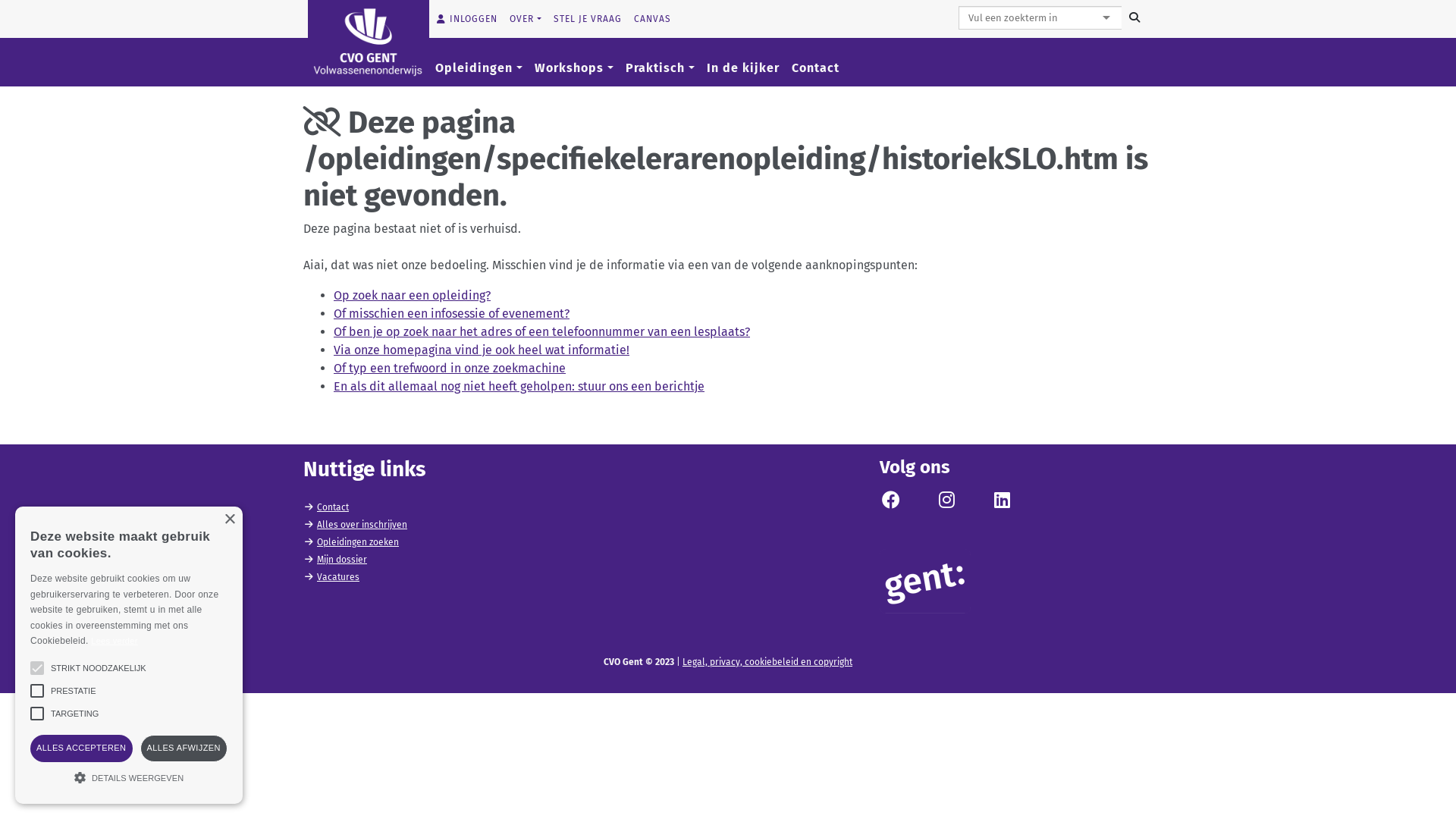 The image size is (1456, 819). What do you see at coordinates (361, 523) in the screenshot?
I see `'Alles over inschrijven'` at bounding box center [361, 523].